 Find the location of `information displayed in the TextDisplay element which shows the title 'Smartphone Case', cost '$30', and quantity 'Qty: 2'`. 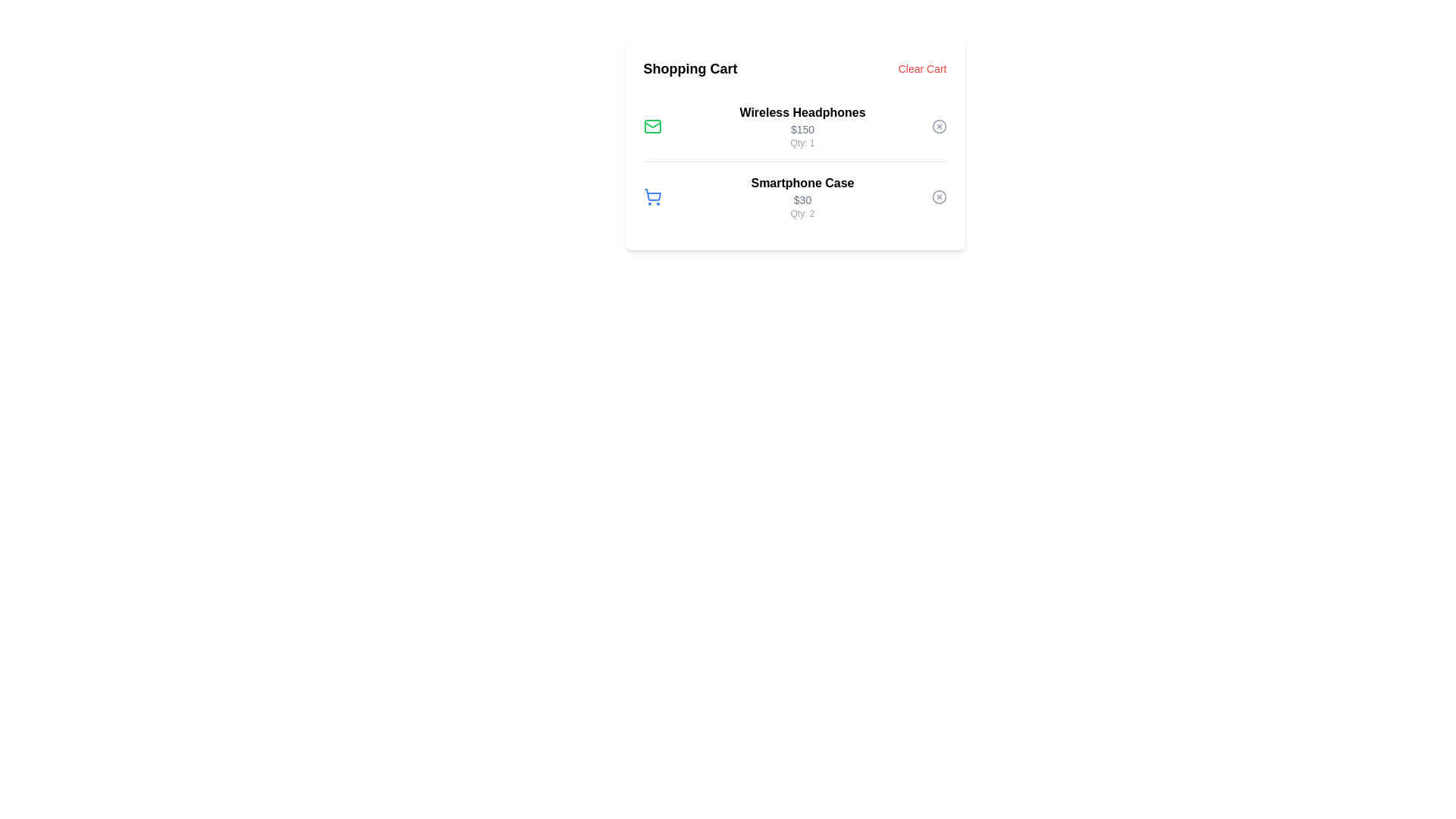

information displayed in the TextDisplay element which shows the title 'Smartphone Case', cost '$30', and quantity 'Qty: 2' is located at coordinates (802, 196).